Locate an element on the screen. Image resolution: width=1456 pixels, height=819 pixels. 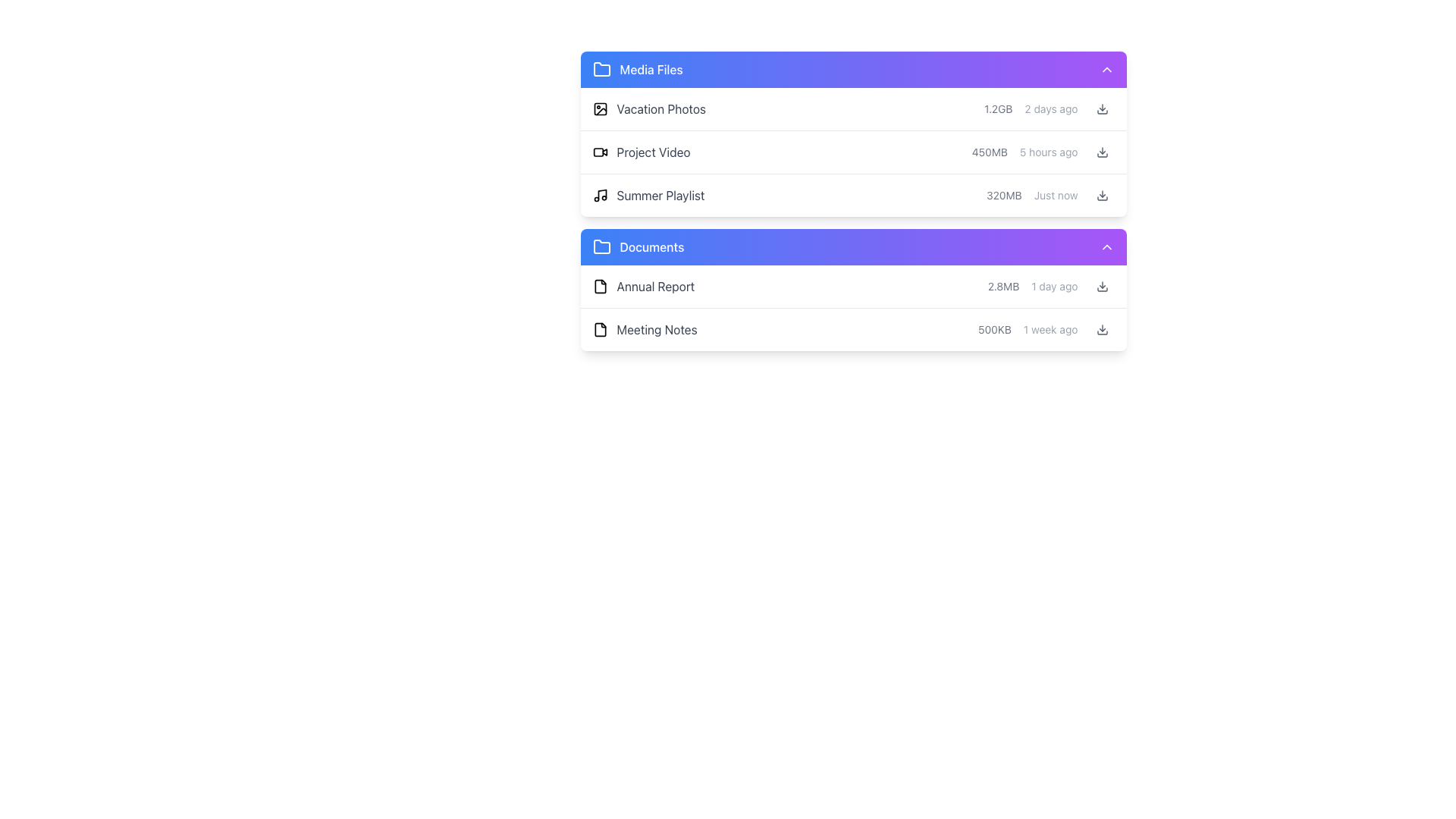
the icon representing the 'Media Files' section, which is positioned to the left of the text 'Media Files' in the top section of the interface is located at coordinates (601, 70).